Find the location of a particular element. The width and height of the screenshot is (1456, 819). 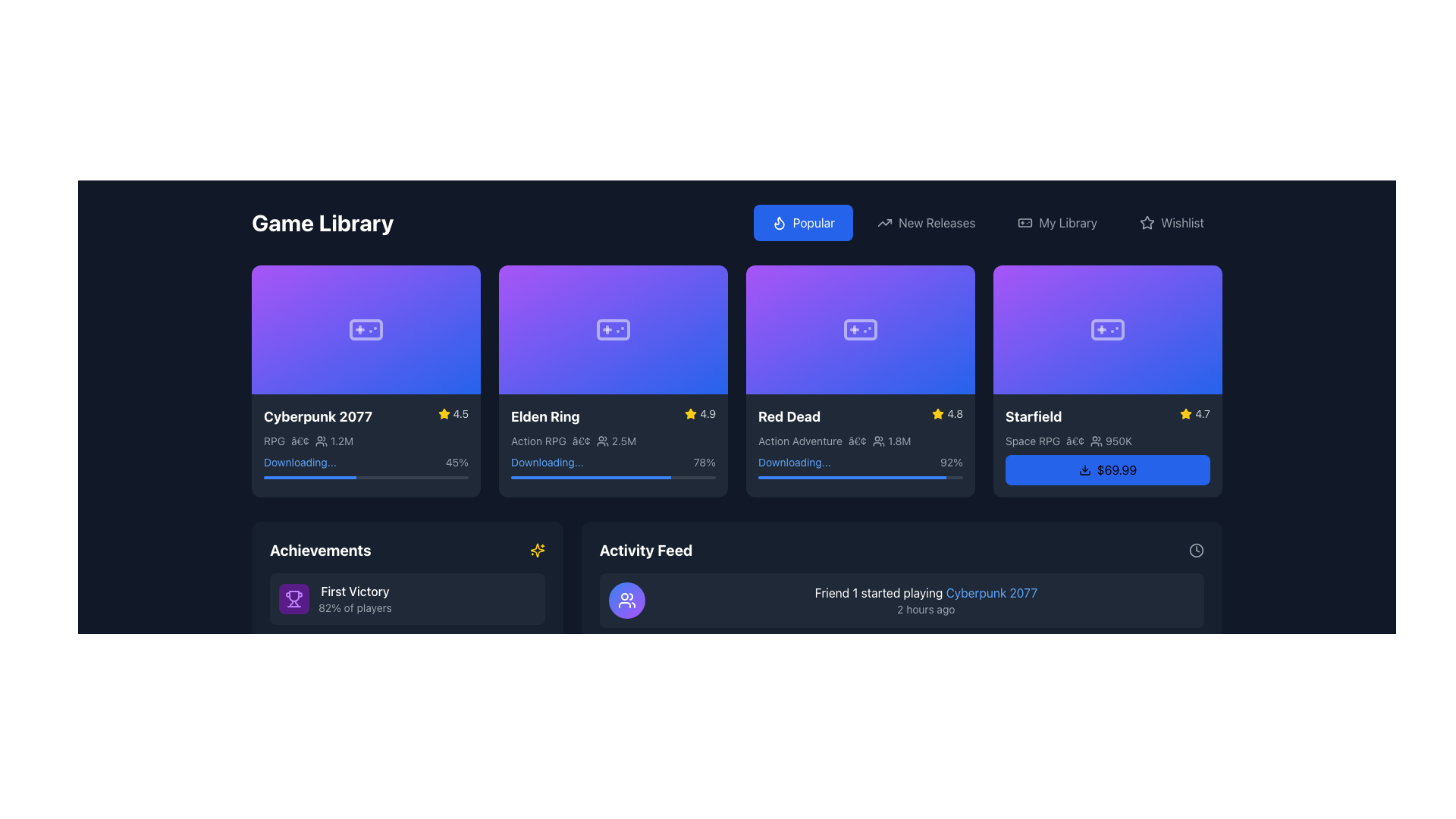

the static text label that displays a friend's gaming activity, located in the 'Activity Feed' section above the timestamp '2 hours ago' is located at coordinates (925, 591).